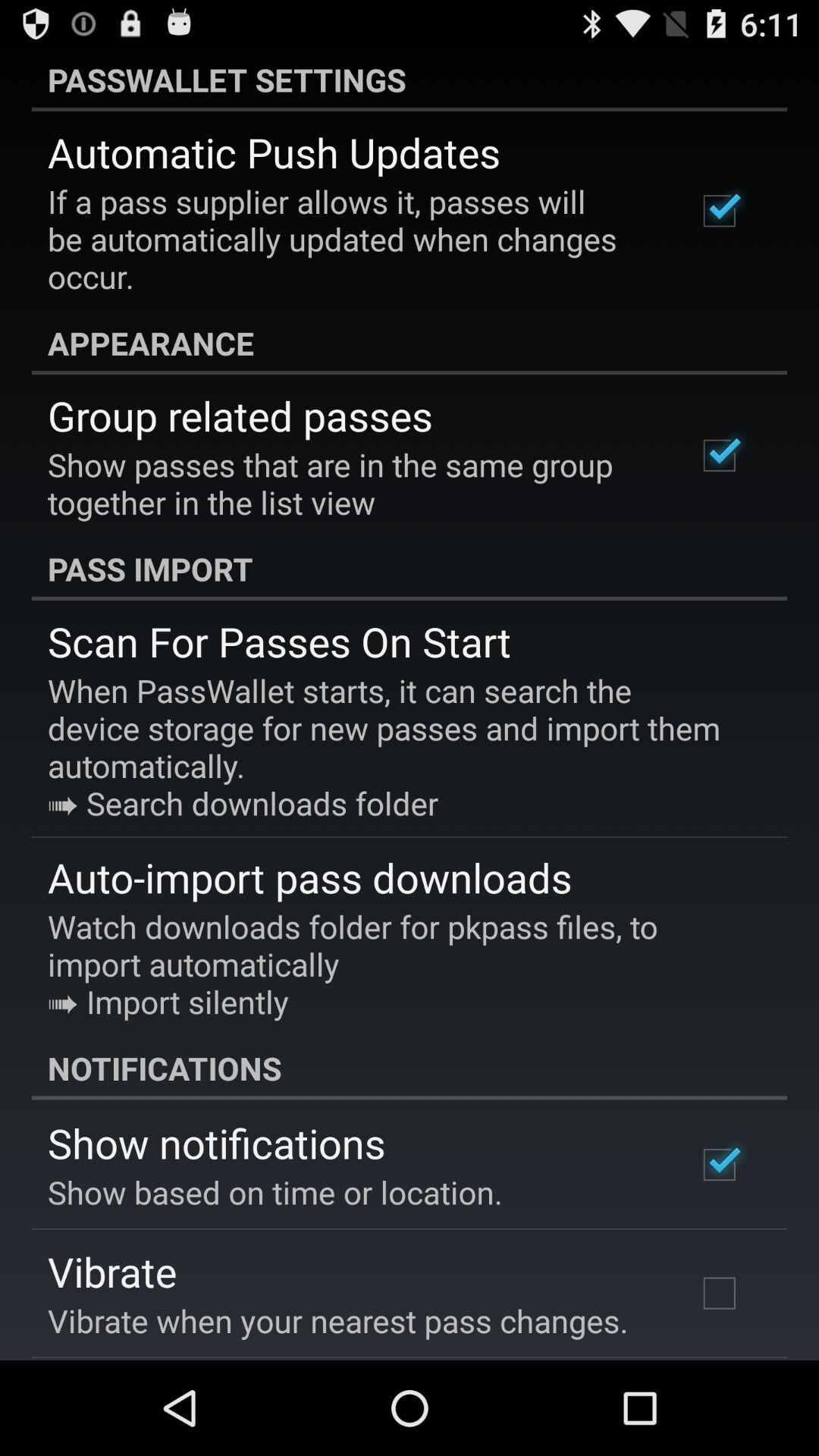 The image size is (819, 1456). Describe the element at coordinates (351, 238) in the screenshot. I see `if a pass item` at that location.